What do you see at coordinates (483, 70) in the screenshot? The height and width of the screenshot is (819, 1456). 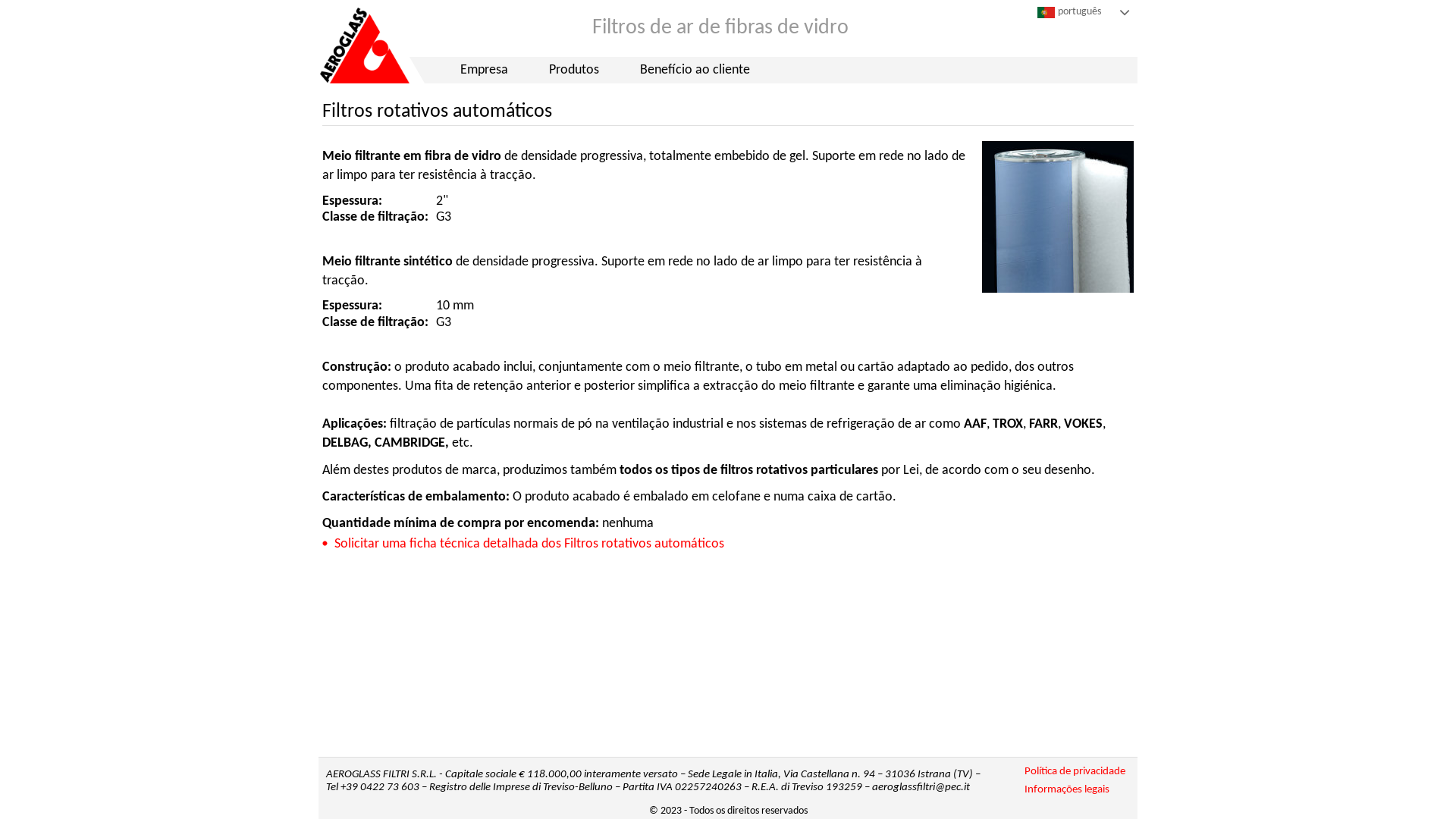 I see `'Empresa'` at bounding box center [483, 70].